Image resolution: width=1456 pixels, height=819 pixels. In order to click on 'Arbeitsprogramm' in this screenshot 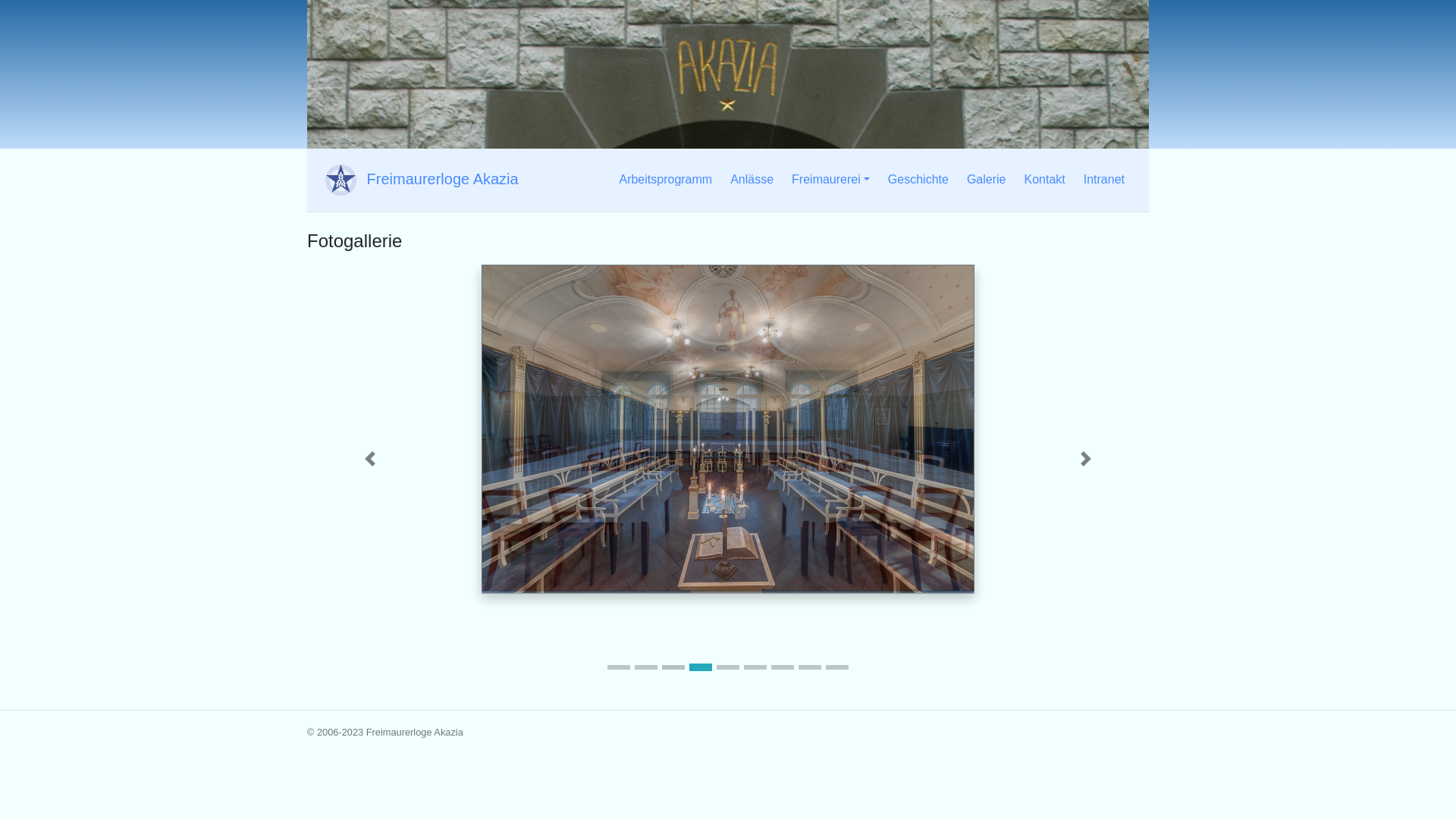, I will do `click(612, 178)`.